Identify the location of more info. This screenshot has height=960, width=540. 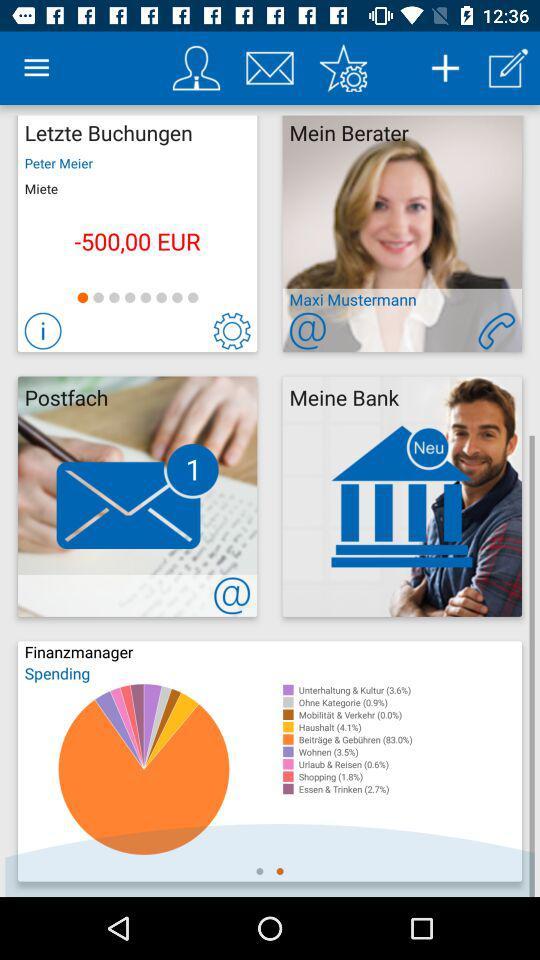
(43, 331).